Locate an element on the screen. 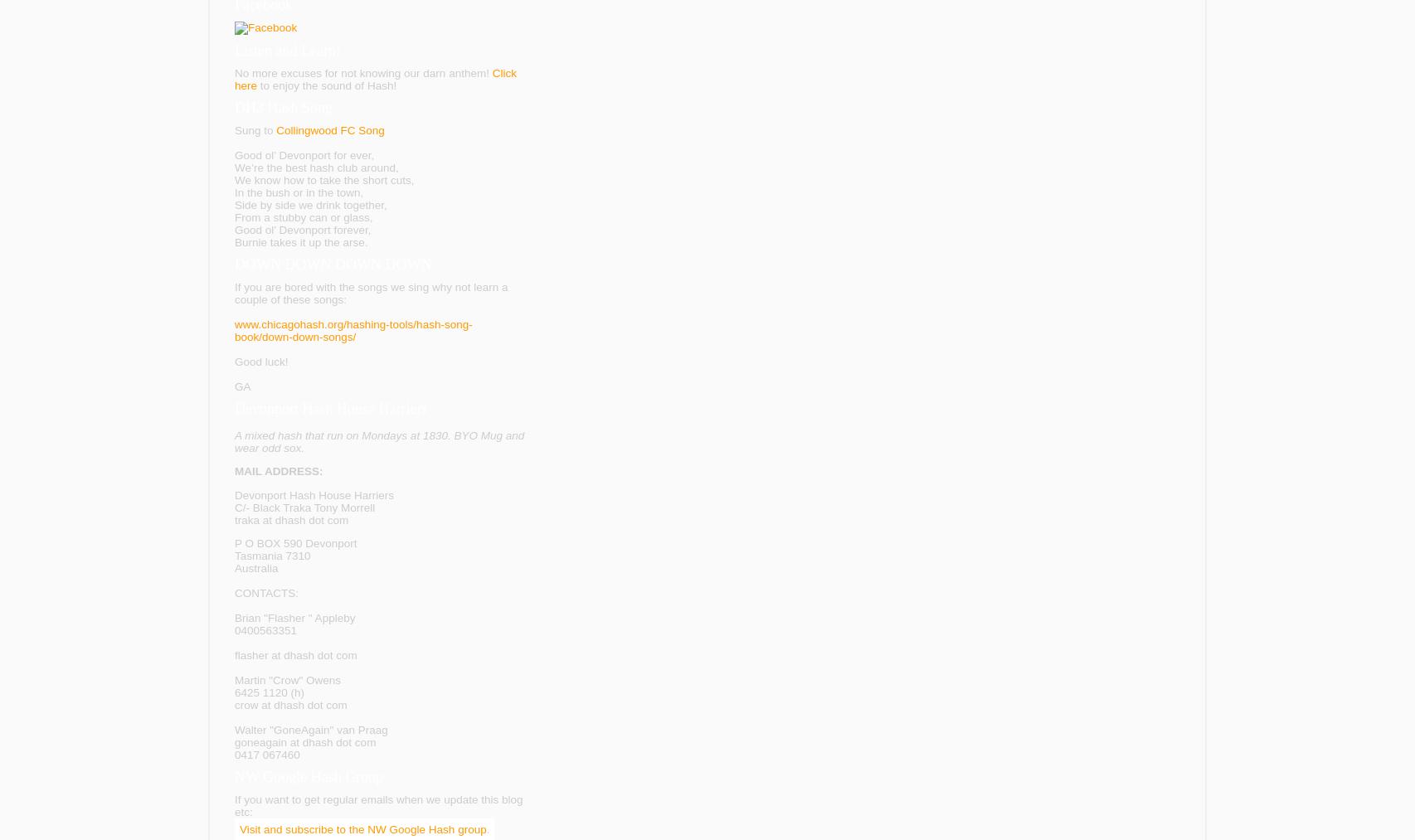  'Walter "GoneAgain" van Praag' is located at coordinates (310, 729).